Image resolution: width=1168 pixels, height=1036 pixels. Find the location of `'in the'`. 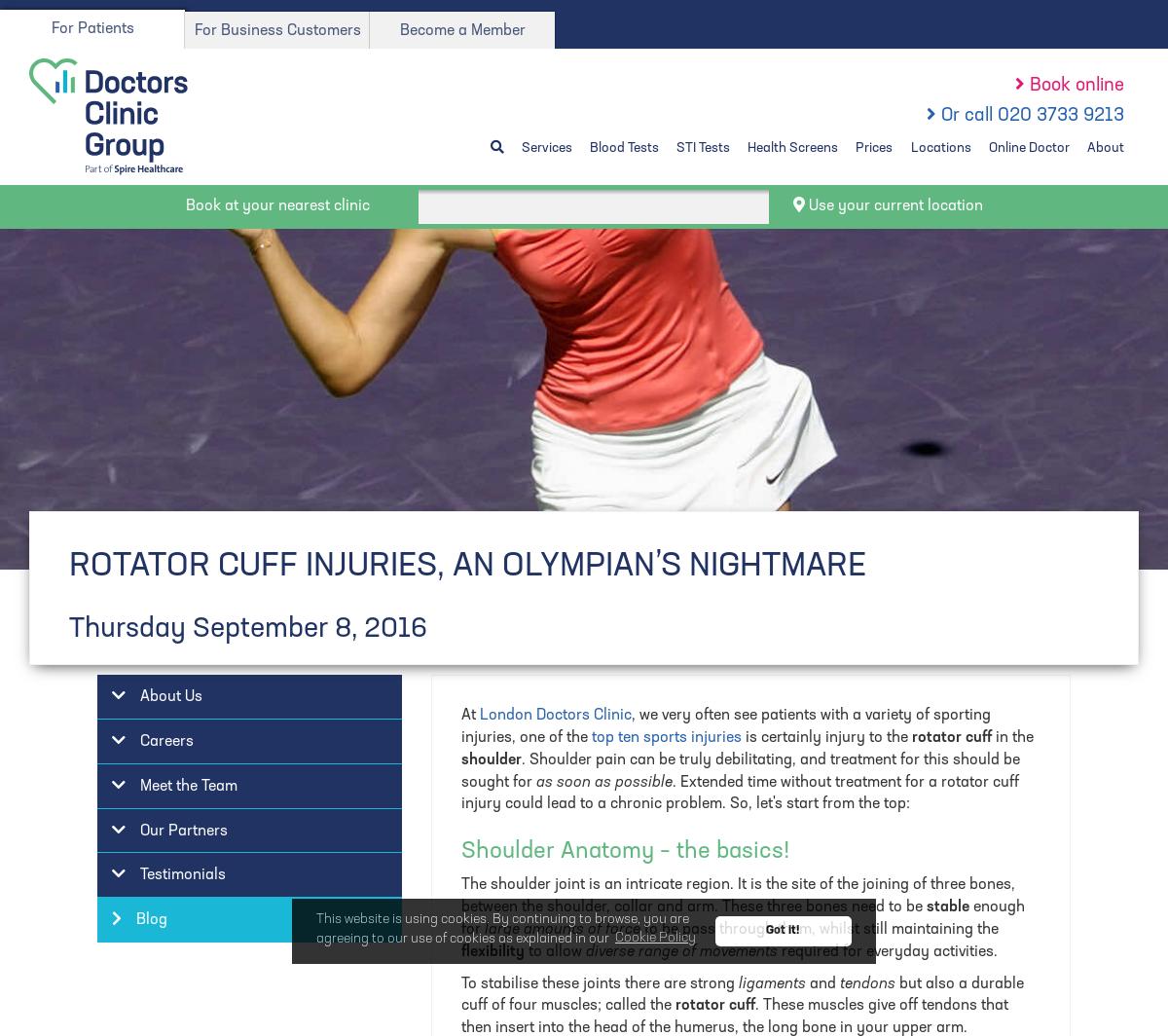

'in the' is located at coordinates (1012, 737).